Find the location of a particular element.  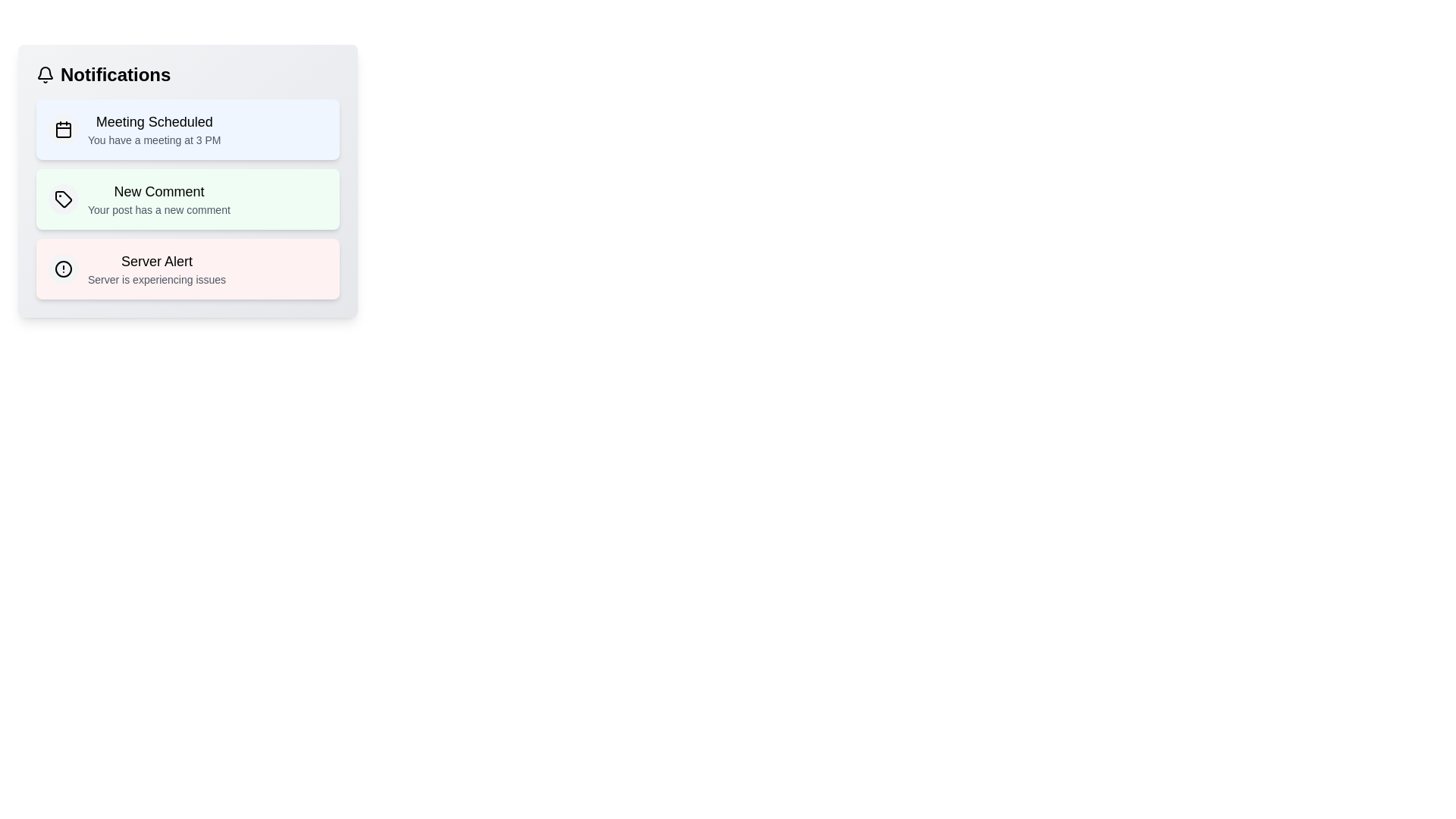

the notification icon for Meeting Scheduled is located at coordinates (62, 128).